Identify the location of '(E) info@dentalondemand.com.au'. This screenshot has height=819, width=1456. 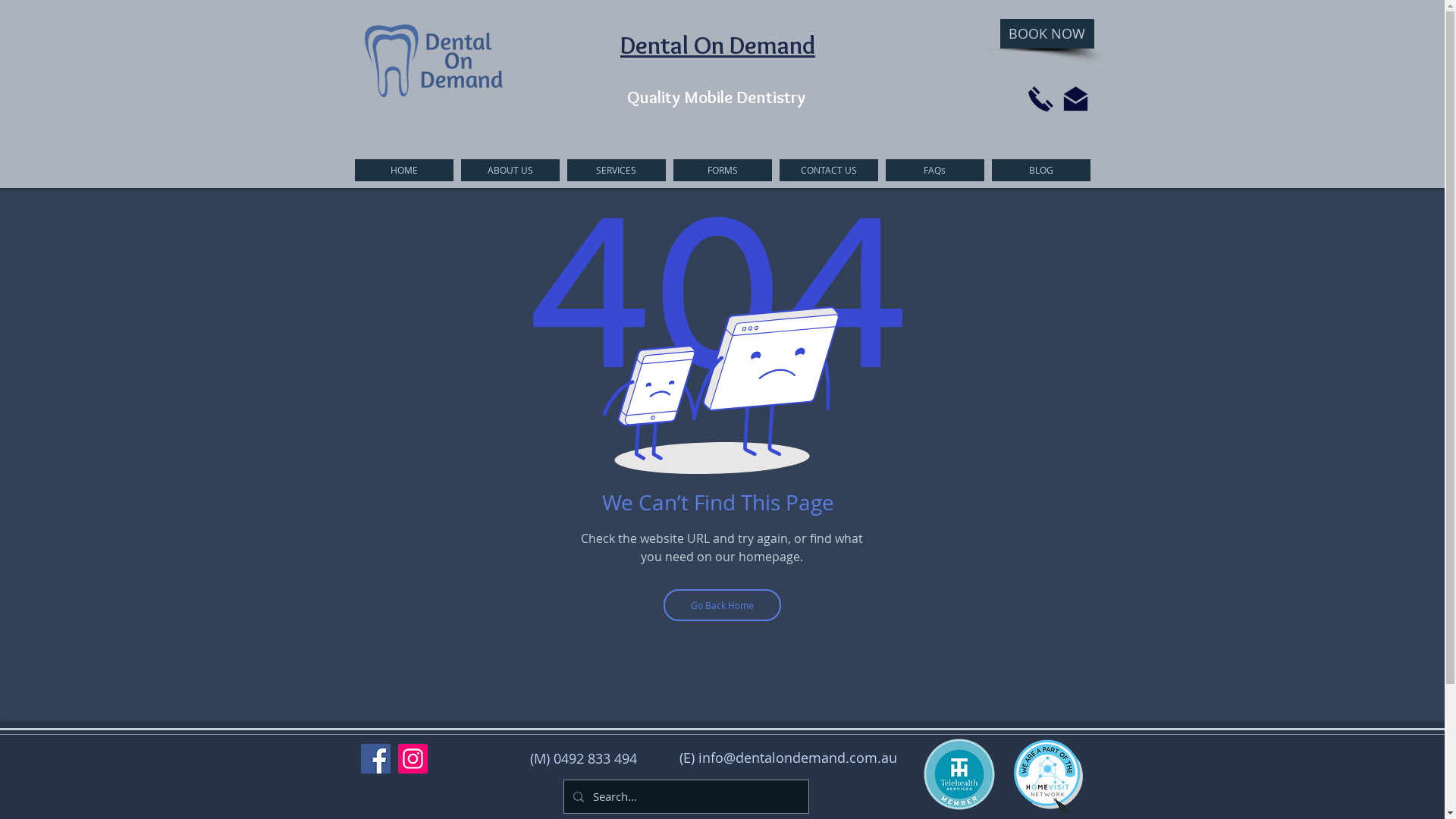
(788, 758).